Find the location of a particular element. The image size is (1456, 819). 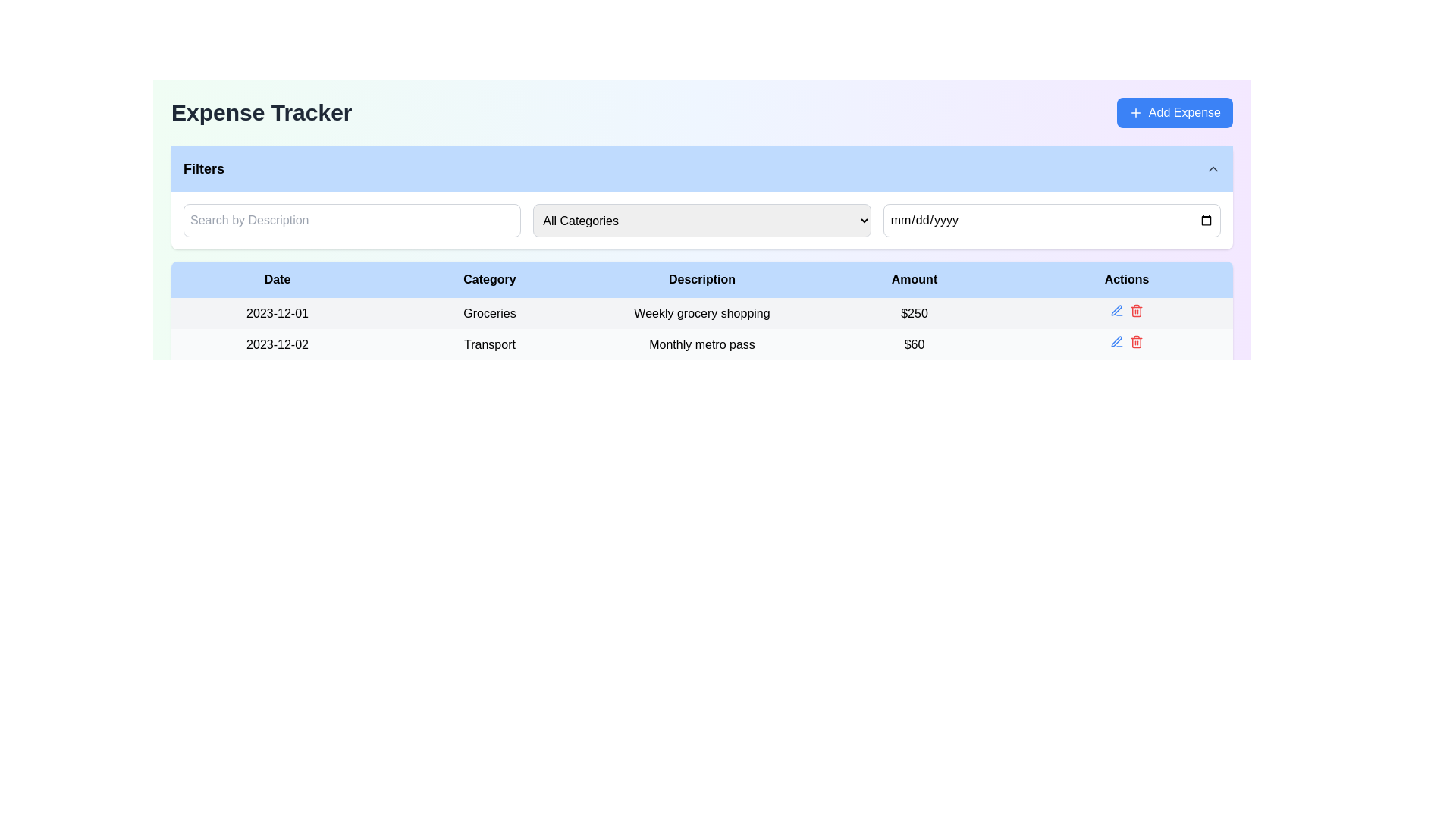

the 'Actions' column header in the table, which is the last header aligned with 'Date,' 'Category,' 'Description,' and 'Amount' is located at coordinates (1127, 280).